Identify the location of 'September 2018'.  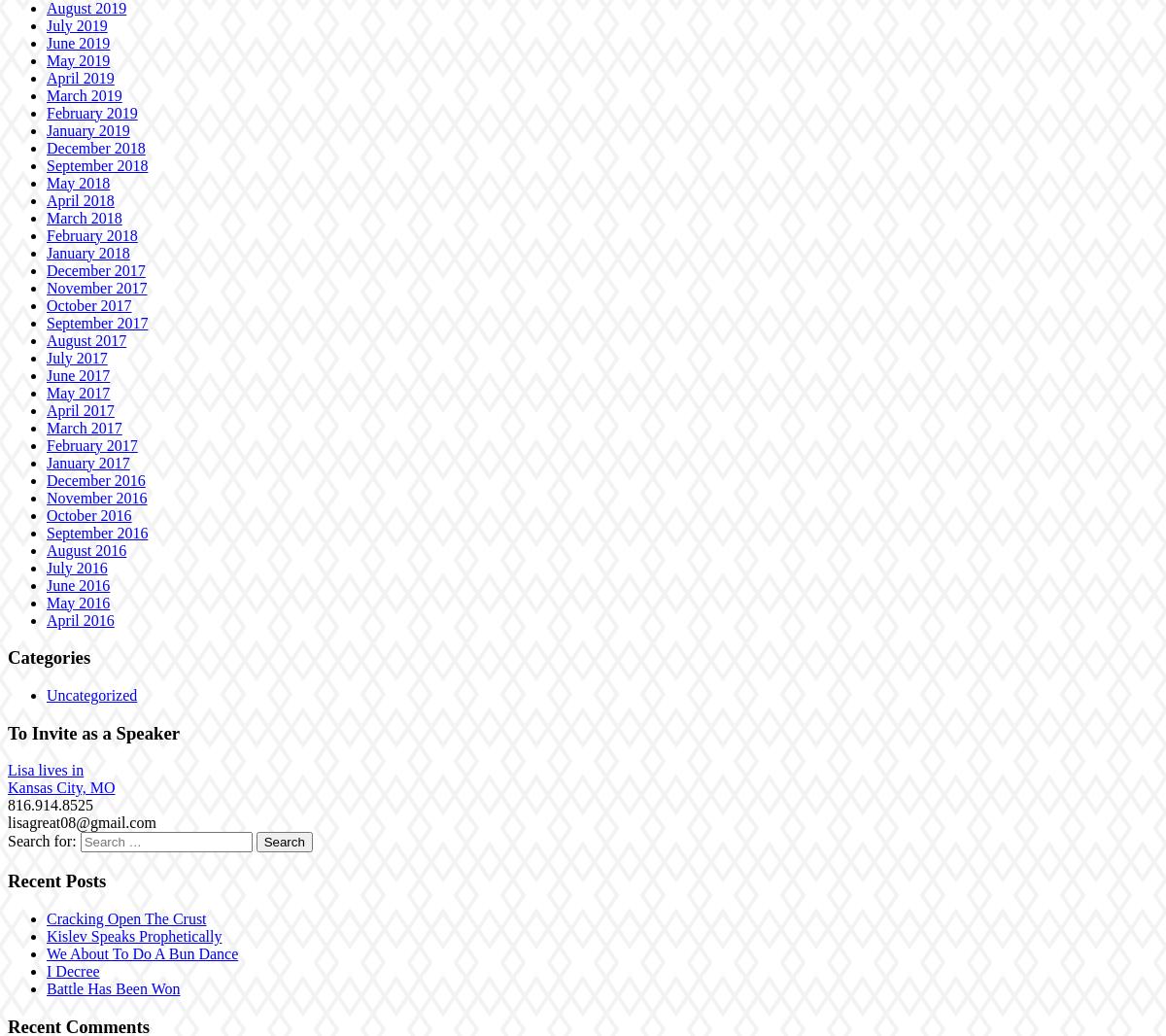
(47, 163).